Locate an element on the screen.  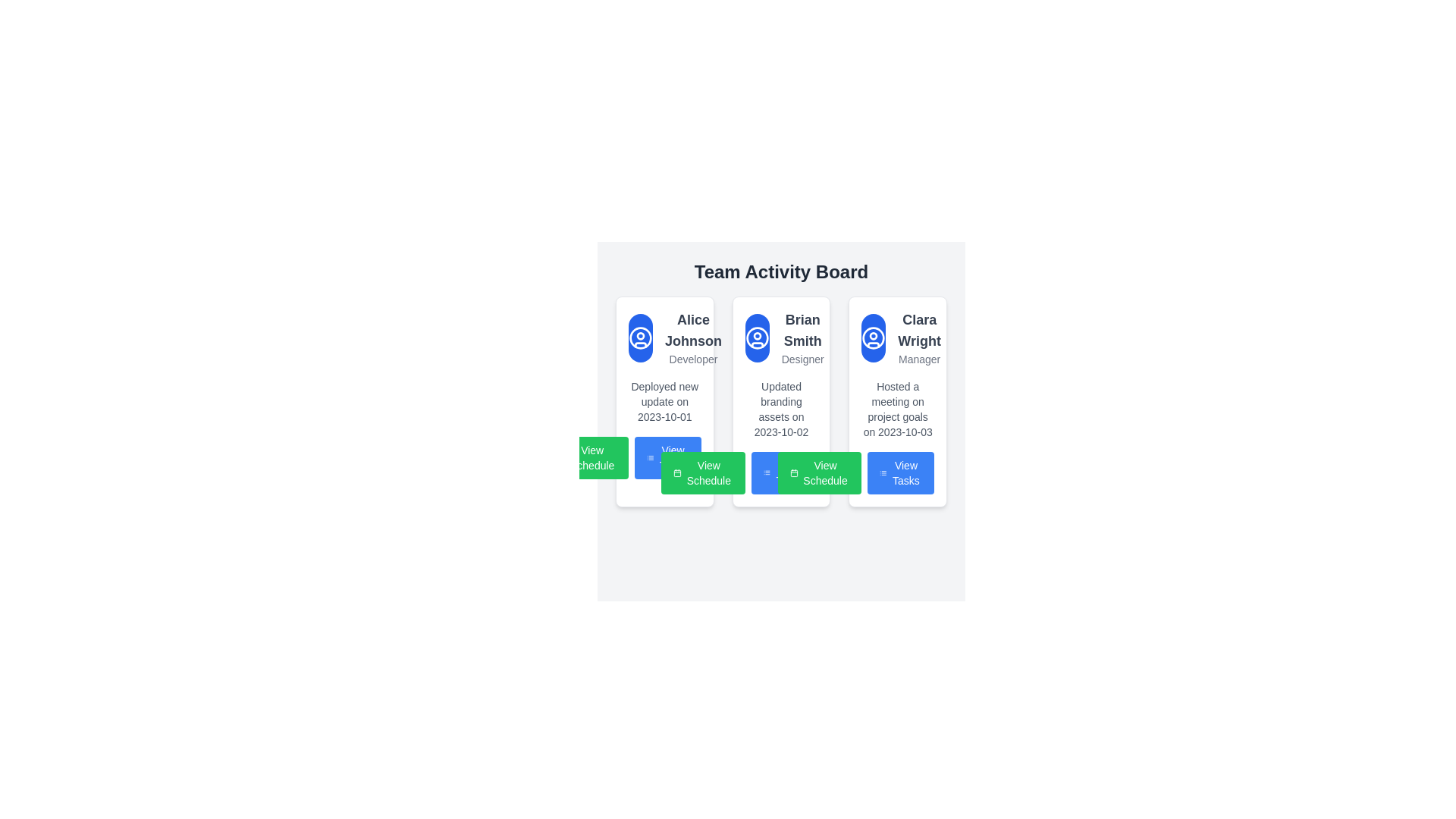
the icon button representing manager Clara Wright, located in the third card of the grid layout under the 'Team Activity Board' heading, above the text 'Clara Wright' and 'Manager' is located at coordinates (874, 337).